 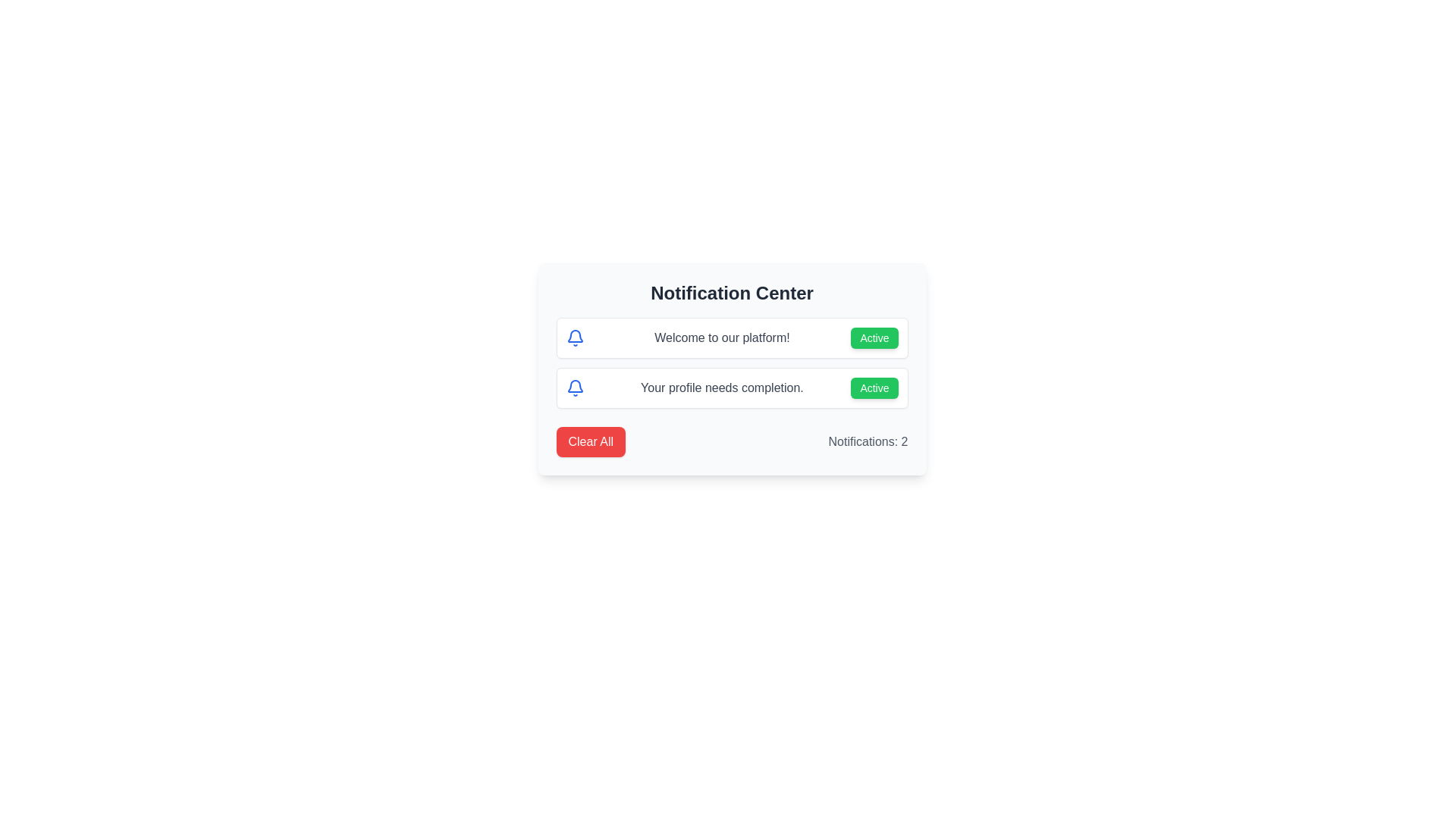 I want to click on the notification icon located in the second row of the notification center panel, to the left of the text 'Your profile needs completion.', so click(x=574, y=335).